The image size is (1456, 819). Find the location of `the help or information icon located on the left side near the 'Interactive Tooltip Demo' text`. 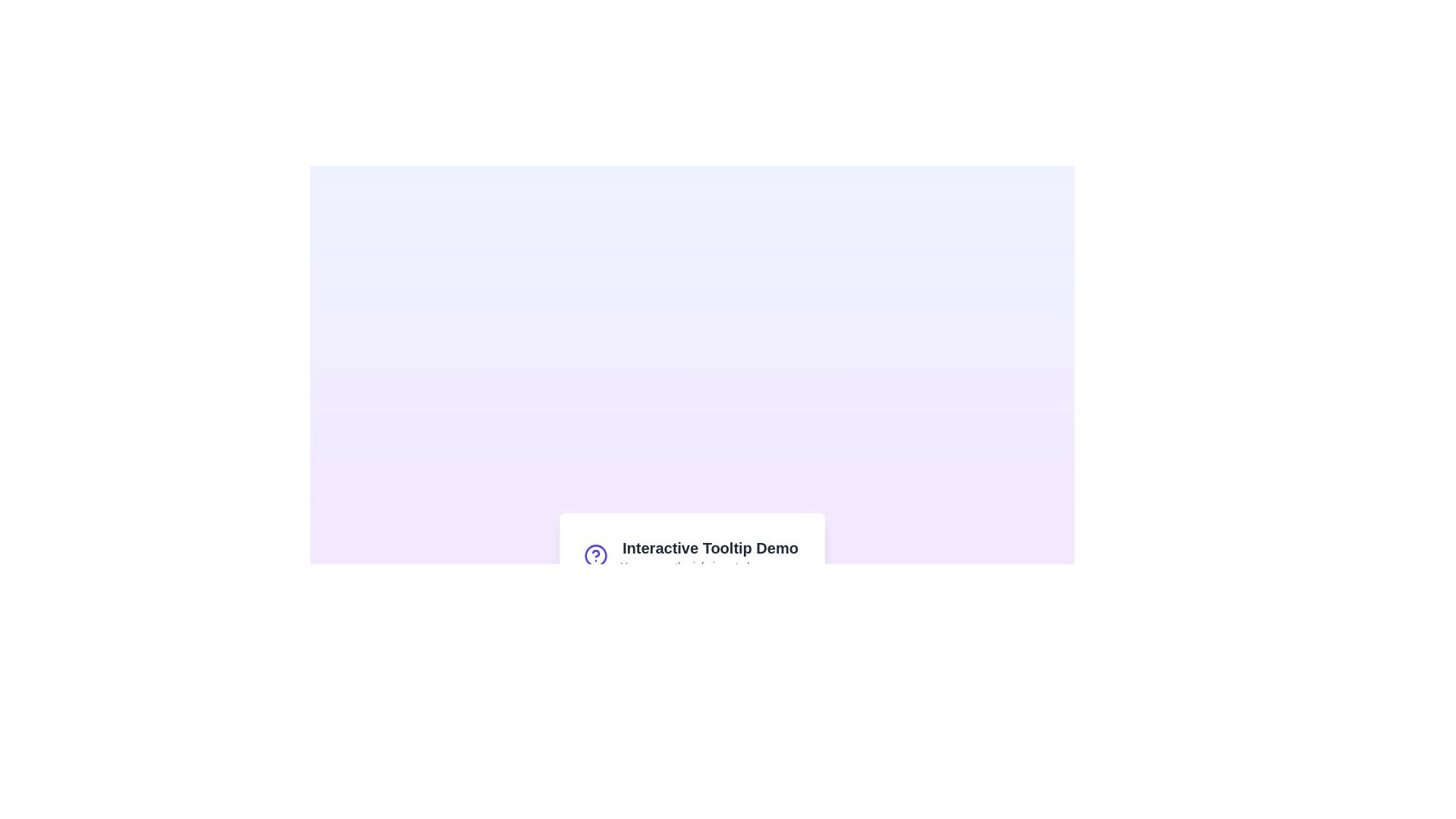

the help or information icon located on the left side near the 'Interactive Tooltip Demo' text is located at coordinates (595, 555).